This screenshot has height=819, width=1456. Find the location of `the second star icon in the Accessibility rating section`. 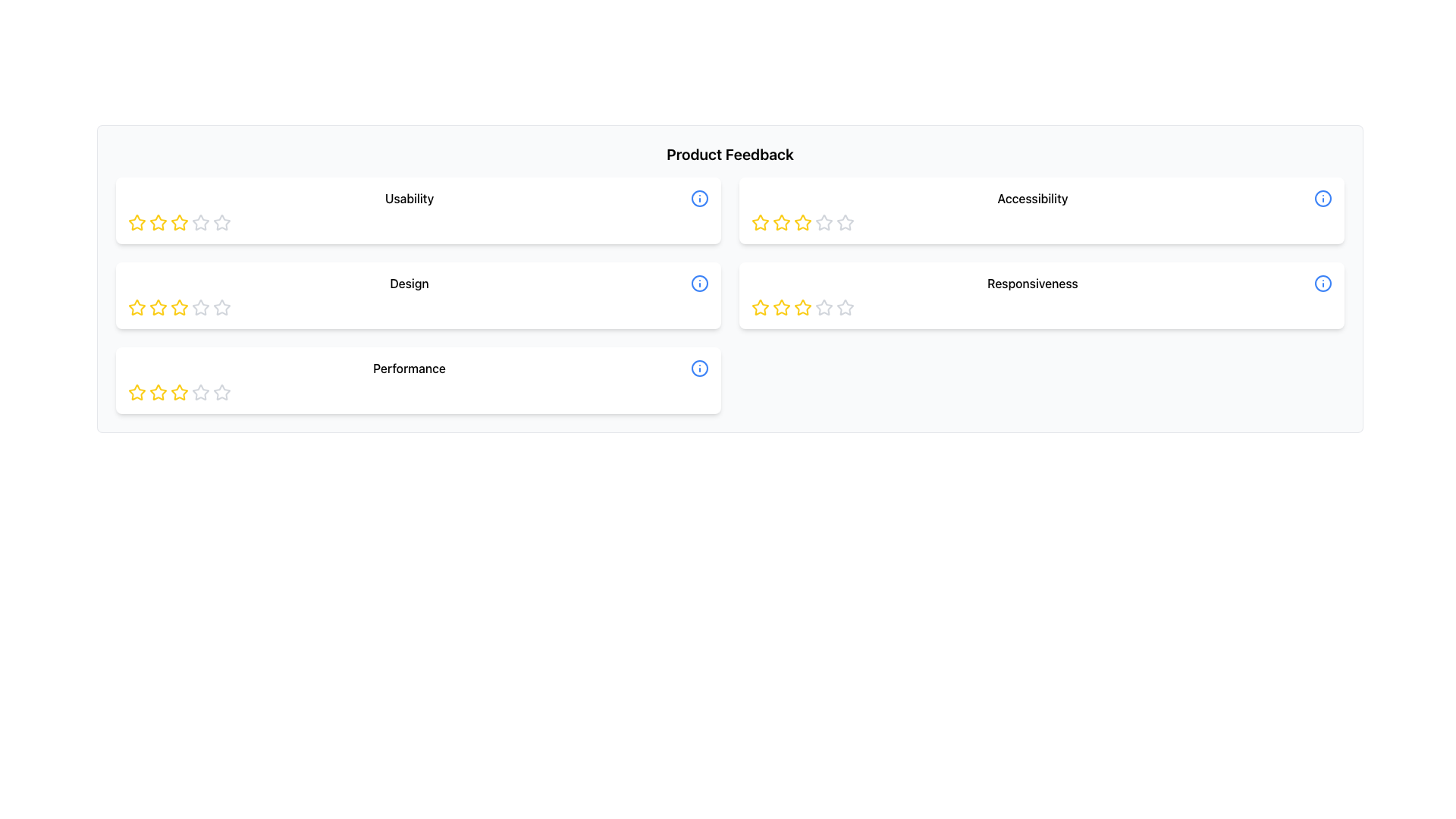

the second star icon in the Accessibility rating section is located at coordinates (782, 222).